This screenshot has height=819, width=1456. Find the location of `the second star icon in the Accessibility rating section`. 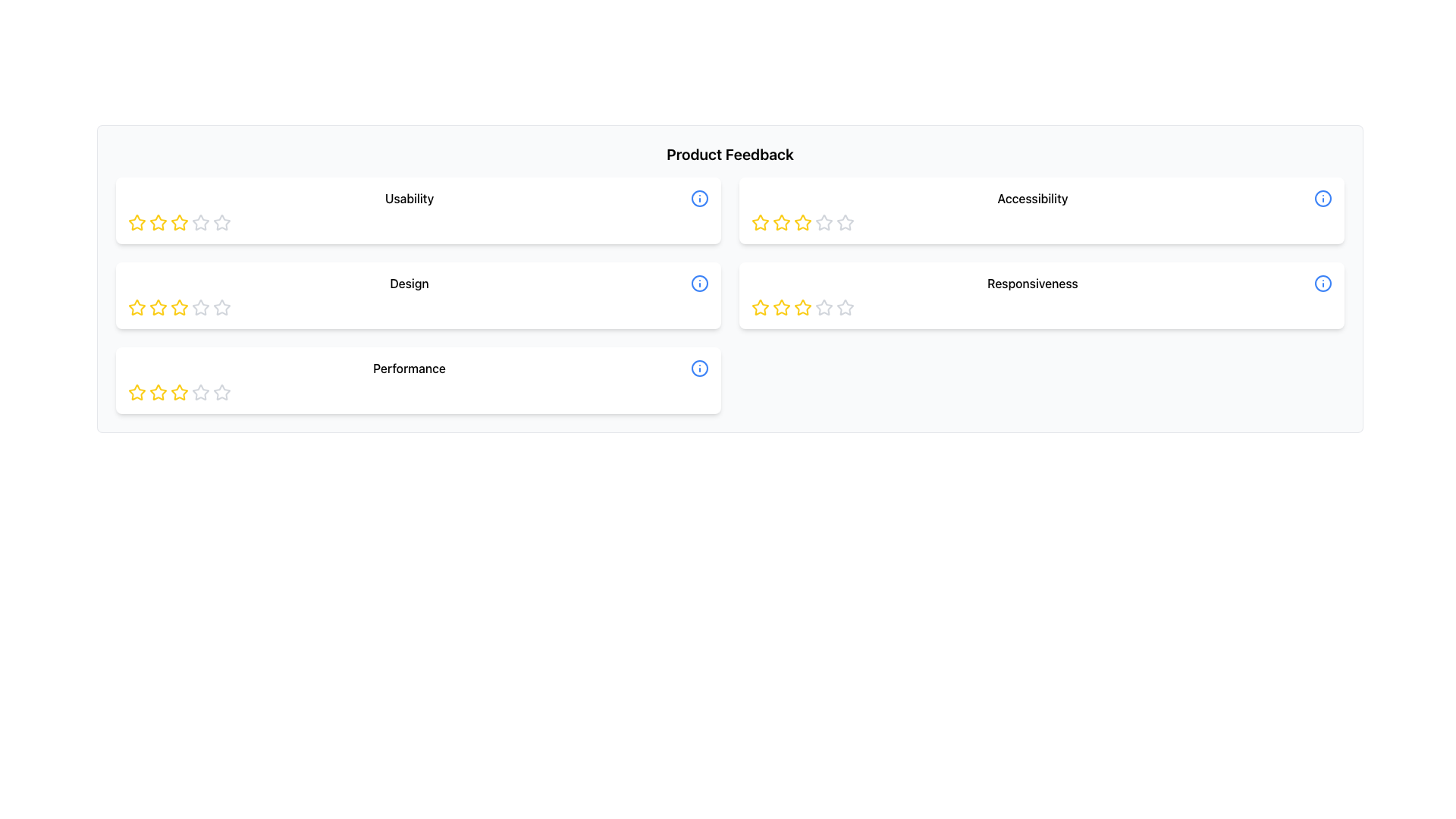

the second star icon in the Accessibility rating section is located at coordinates (782, 222).